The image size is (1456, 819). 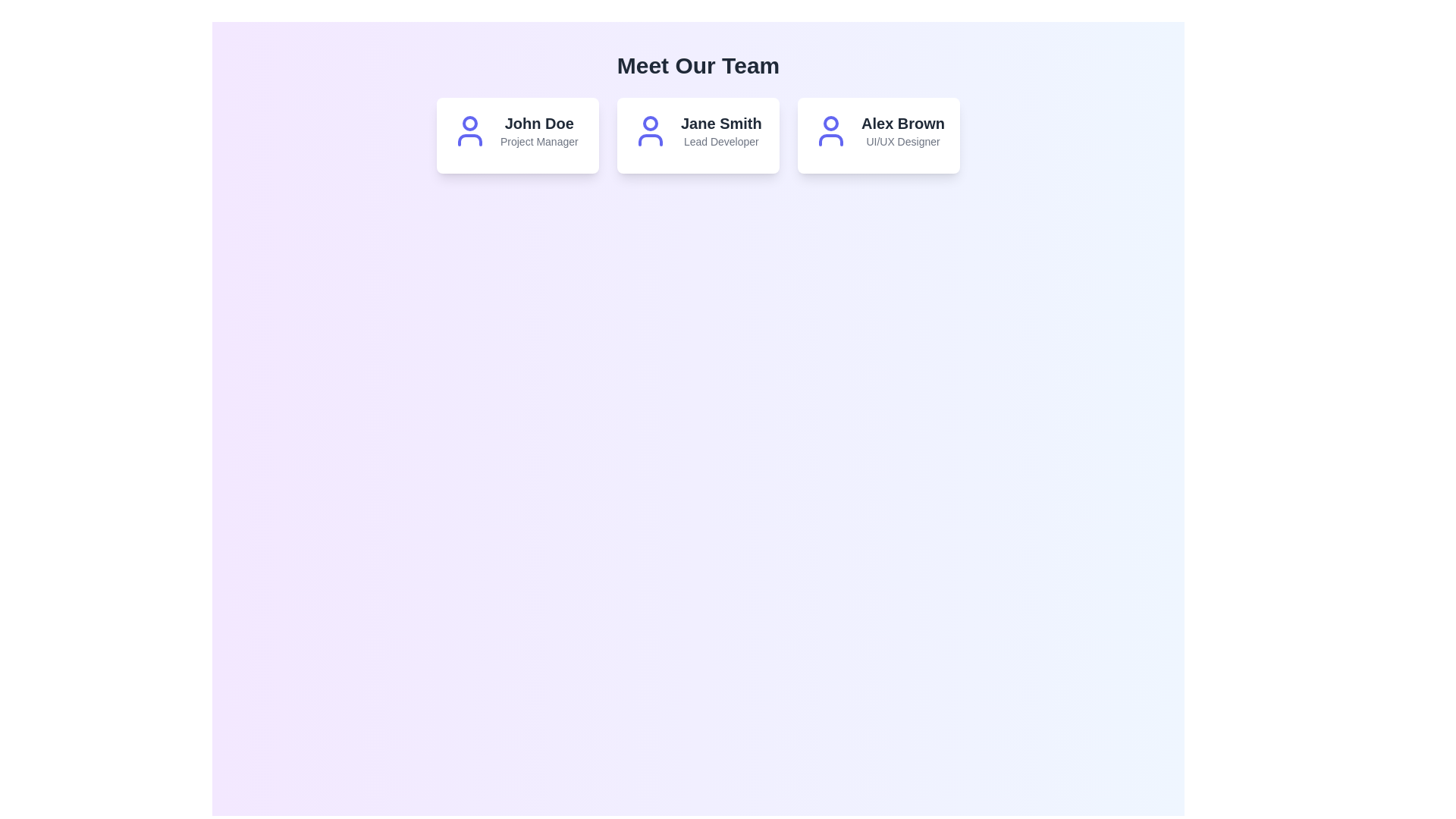 I want to click on the text label reading 'Lead Developer' which is styled in a smaller font size and light gray color, positioned just below the bold text 'Jane Smith', so click(x=720, y=141).